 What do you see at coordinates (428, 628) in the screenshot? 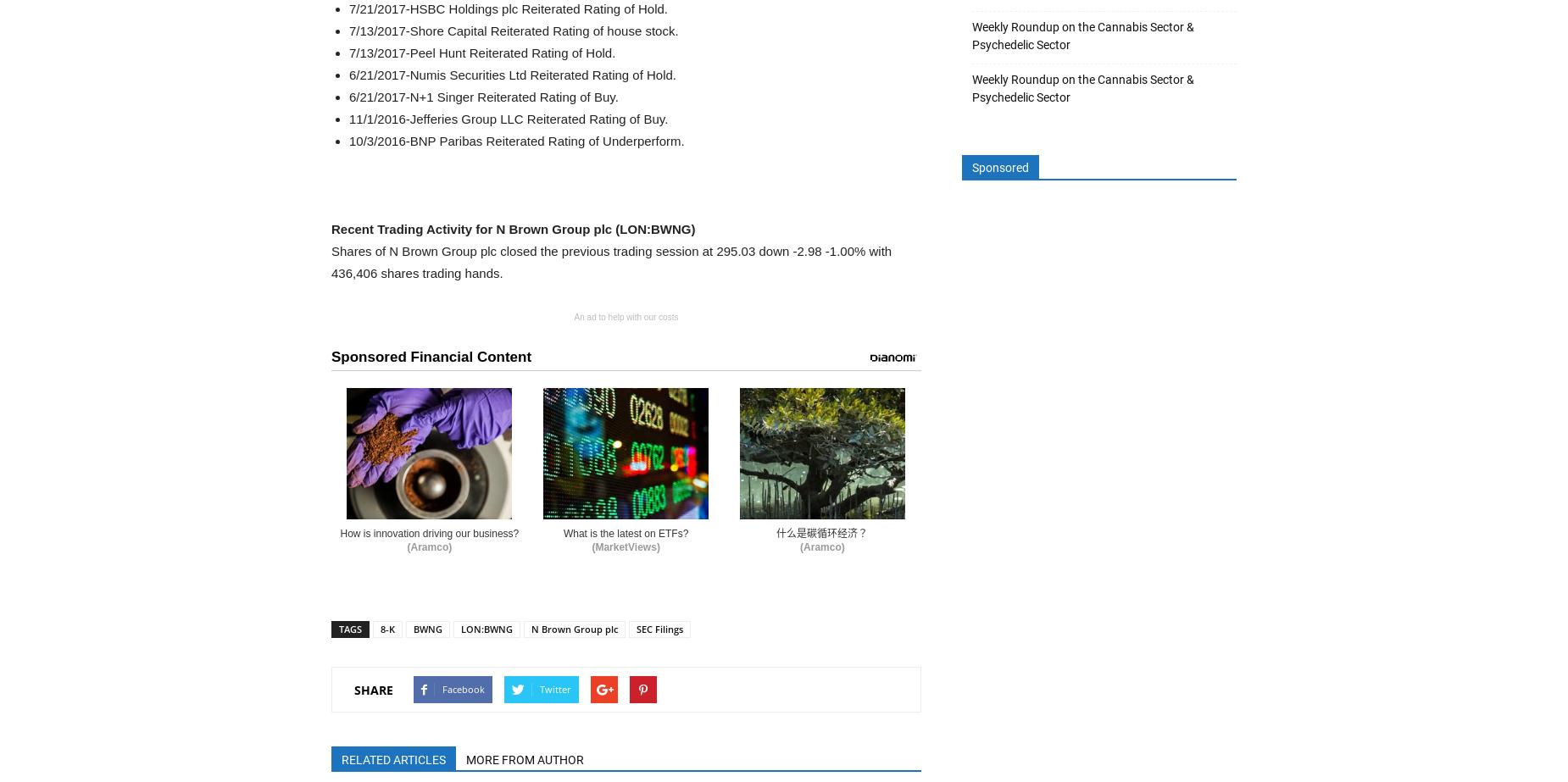
I see `'BWNG'` at bounding box center [428, 628].